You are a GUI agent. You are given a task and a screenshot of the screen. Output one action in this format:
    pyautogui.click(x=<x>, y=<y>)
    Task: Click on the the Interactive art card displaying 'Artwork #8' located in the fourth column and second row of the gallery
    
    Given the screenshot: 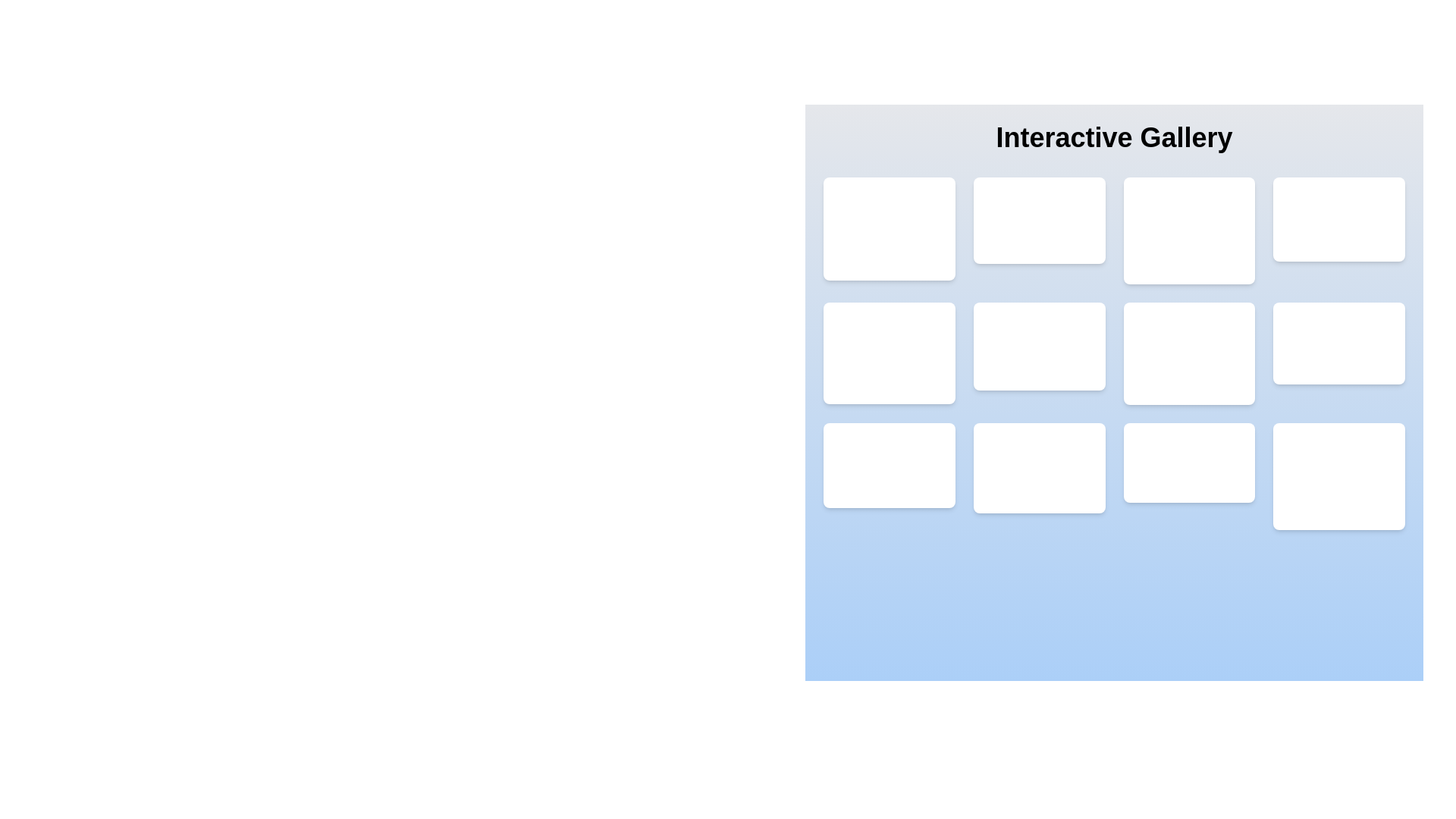 What is the action you would take?
    pyautogui.click(x=1339, y=344)
    